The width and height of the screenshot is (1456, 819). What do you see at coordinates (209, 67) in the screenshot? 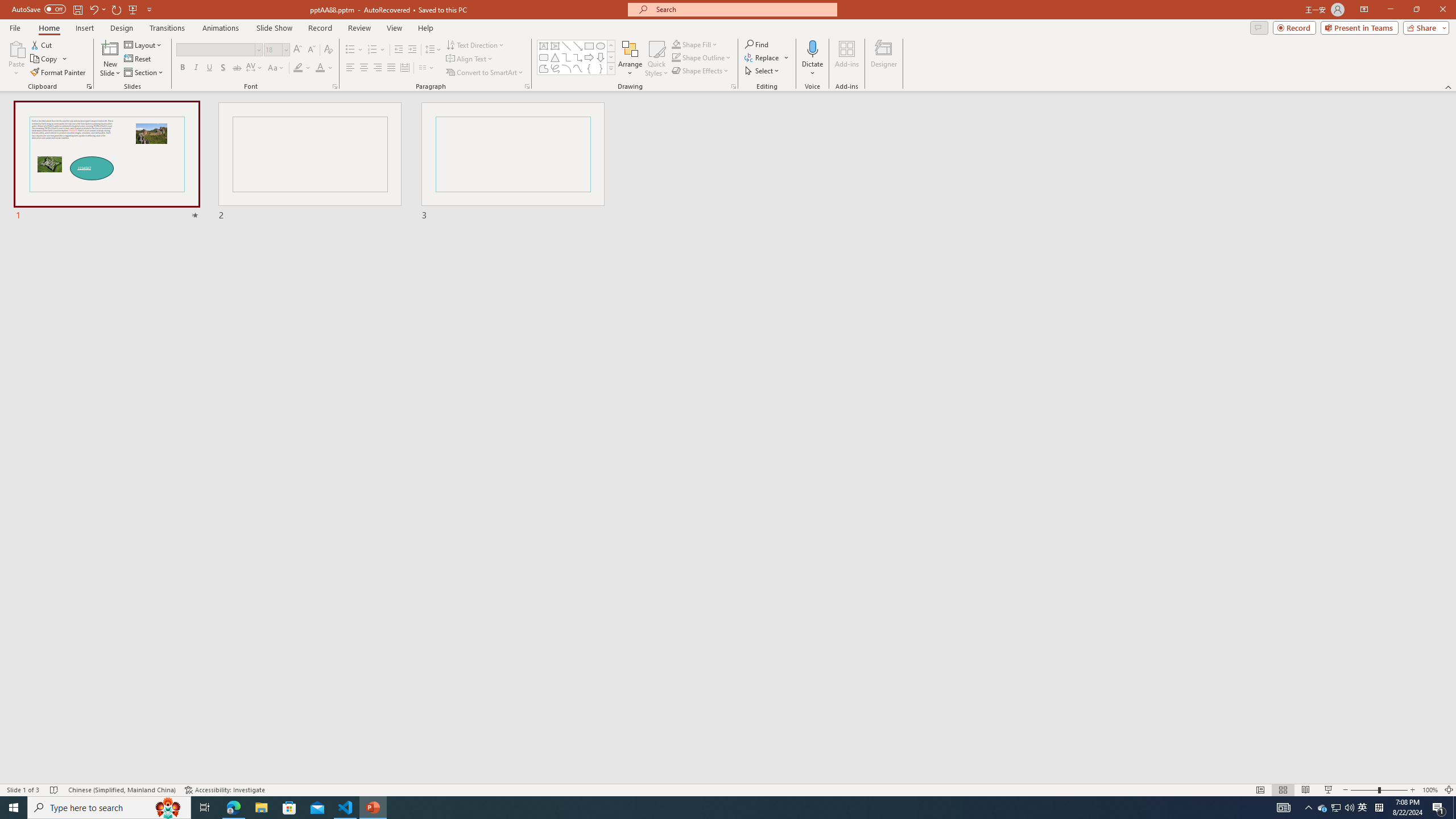
I see `'Underline'` at bounding box center [209, 67].